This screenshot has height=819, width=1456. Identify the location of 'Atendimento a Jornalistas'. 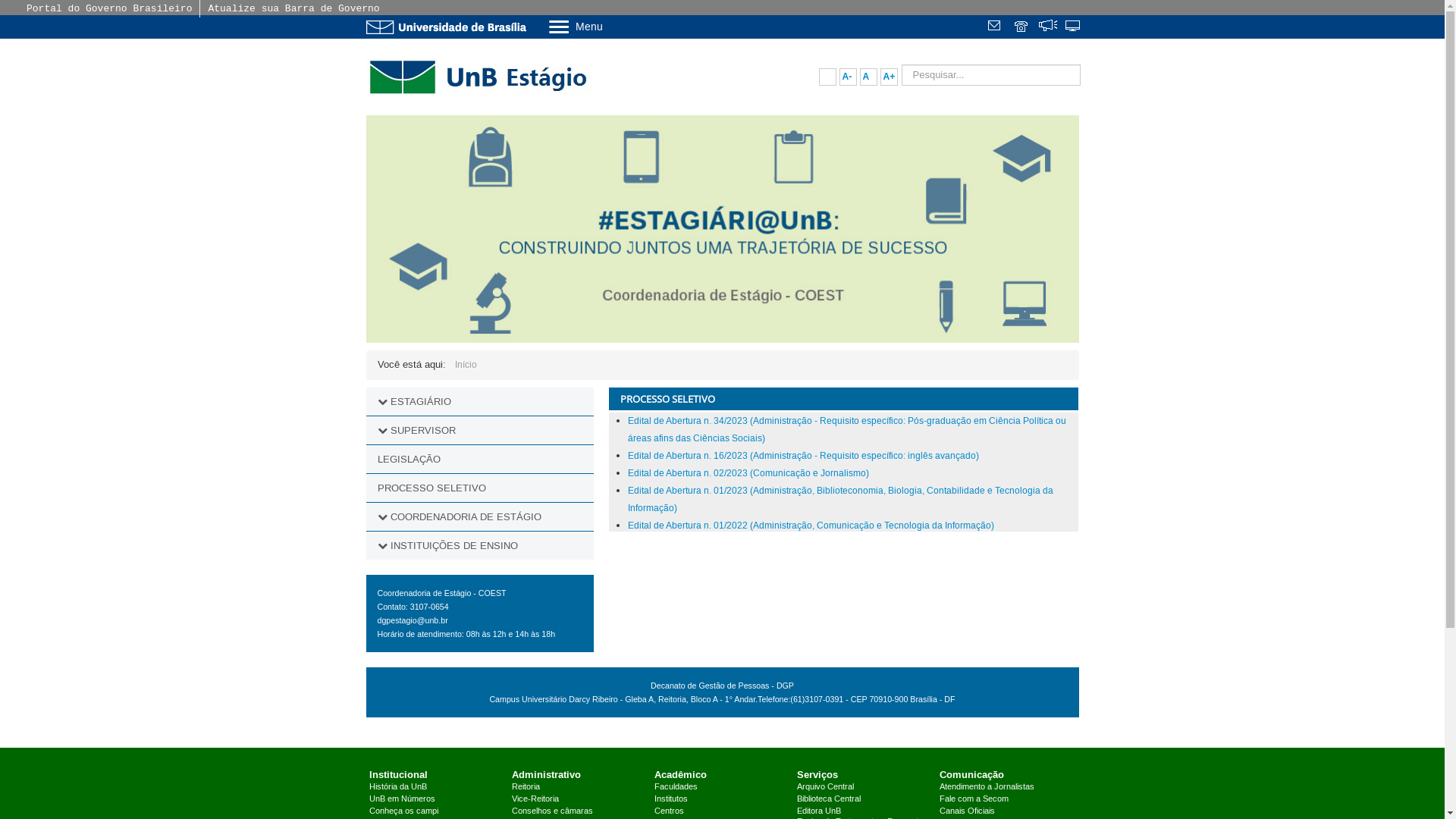
(987, 786).